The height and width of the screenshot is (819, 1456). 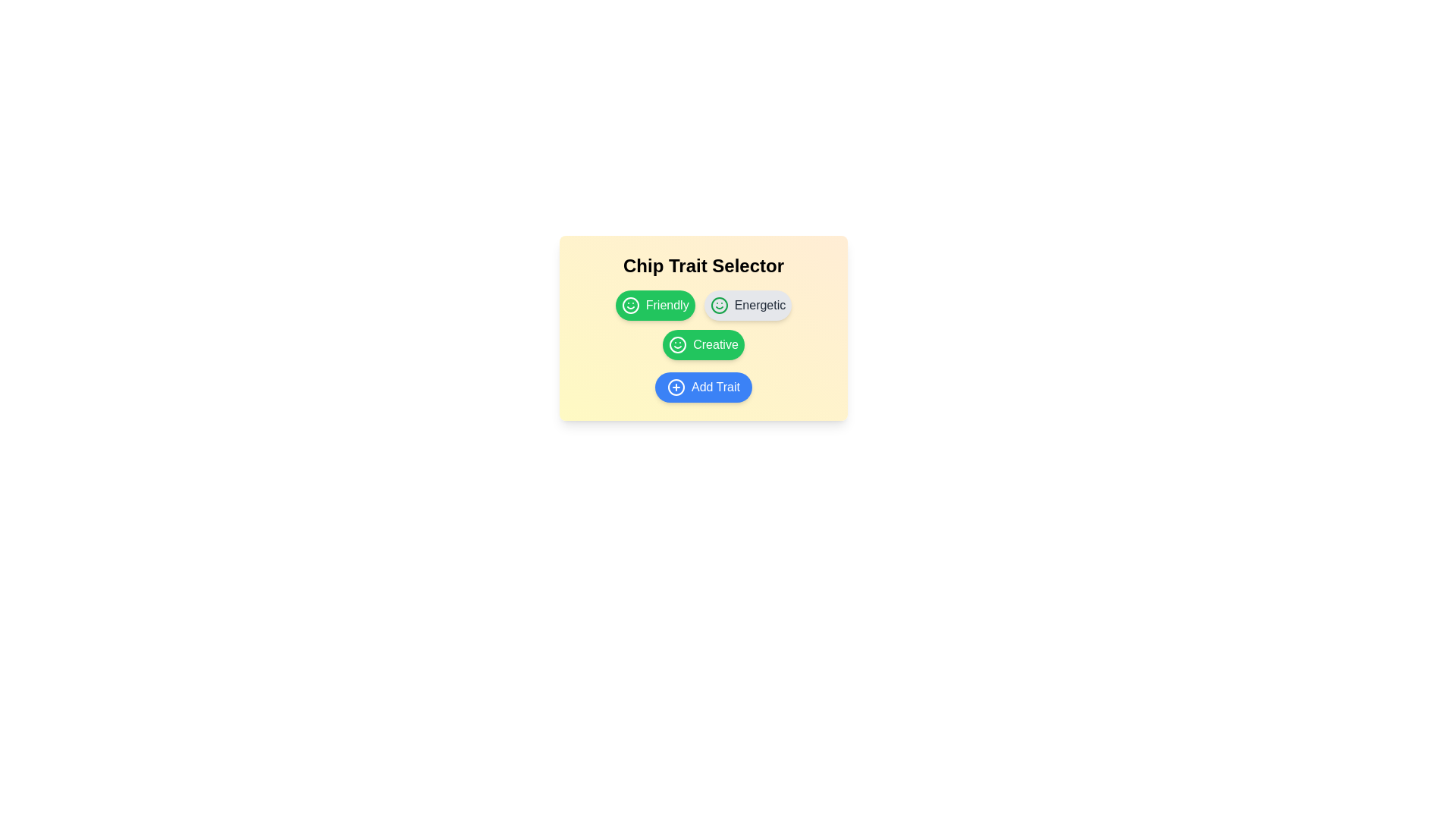 What do you see at coordinates (655, 305) in the screenshot?
I see `the chip labeled Friendly to observe its hover effect` at bounding box center [655, 305].